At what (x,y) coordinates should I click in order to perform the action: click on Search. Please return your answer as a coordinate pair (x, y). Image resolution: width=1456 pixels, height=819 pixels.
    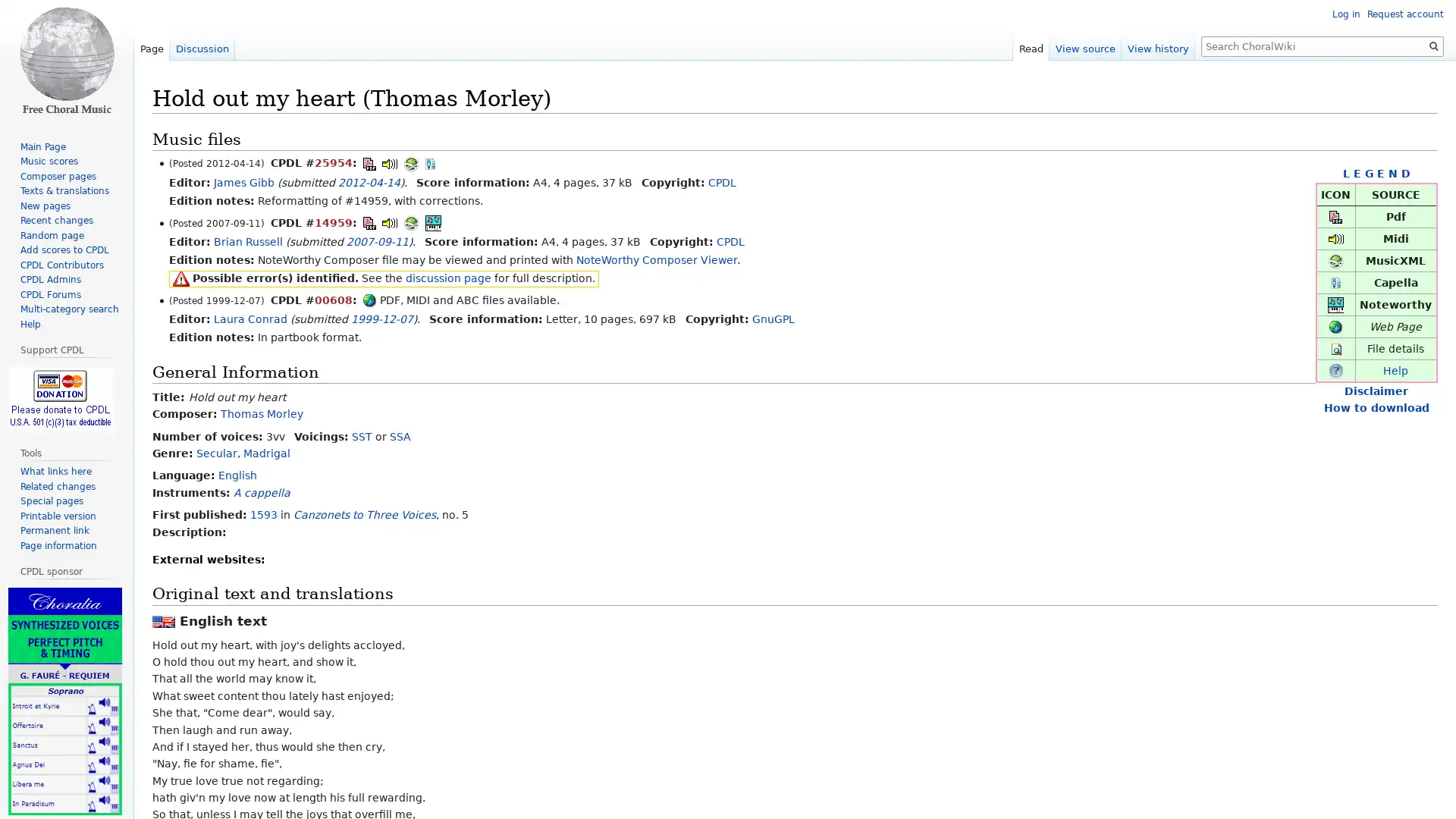
    Looking at the image, I should click on (1433, 45).